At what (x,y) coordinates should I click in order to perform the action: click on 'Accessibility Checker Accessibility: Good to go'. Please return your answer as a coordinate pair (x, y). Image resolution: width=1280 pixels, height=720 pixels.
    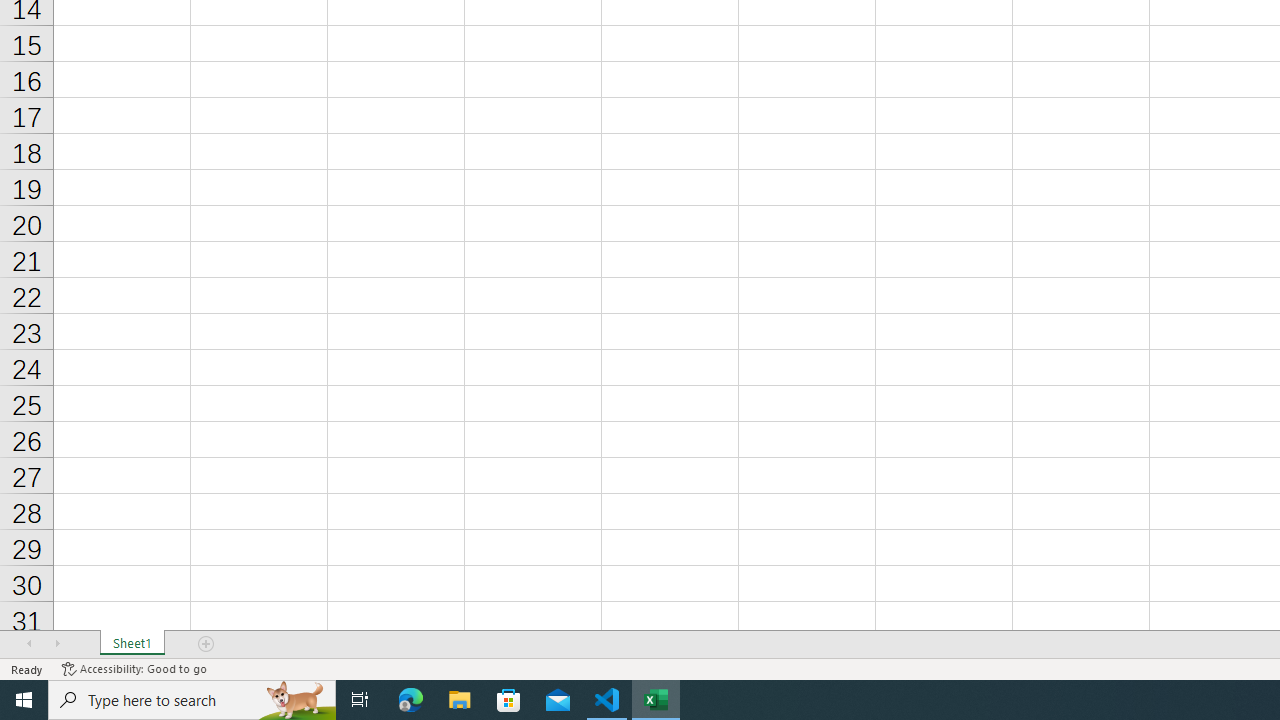
    Looking at the image, I should click on (133, 669).